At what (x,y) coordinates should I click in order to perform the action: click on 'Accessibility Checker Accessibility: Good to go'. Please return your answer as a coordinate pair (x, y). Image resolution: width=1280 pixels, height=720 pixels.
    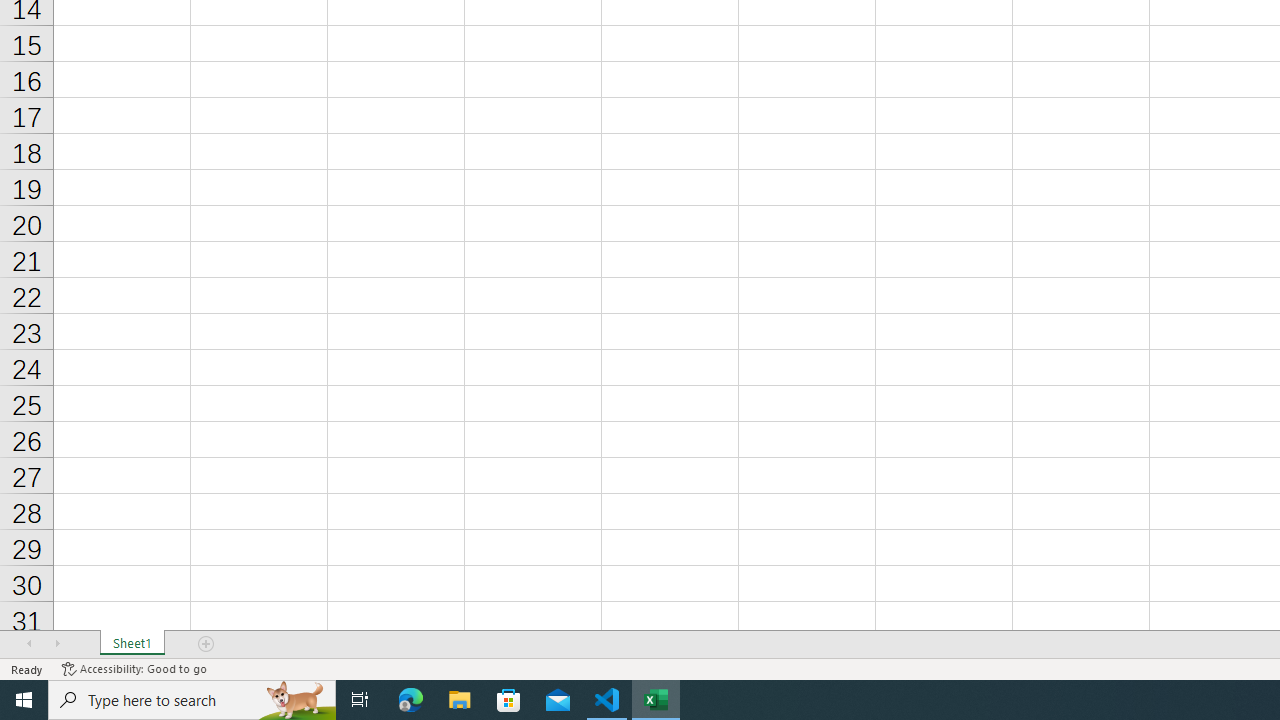
    Looking at the image, I should click on (133, 669).